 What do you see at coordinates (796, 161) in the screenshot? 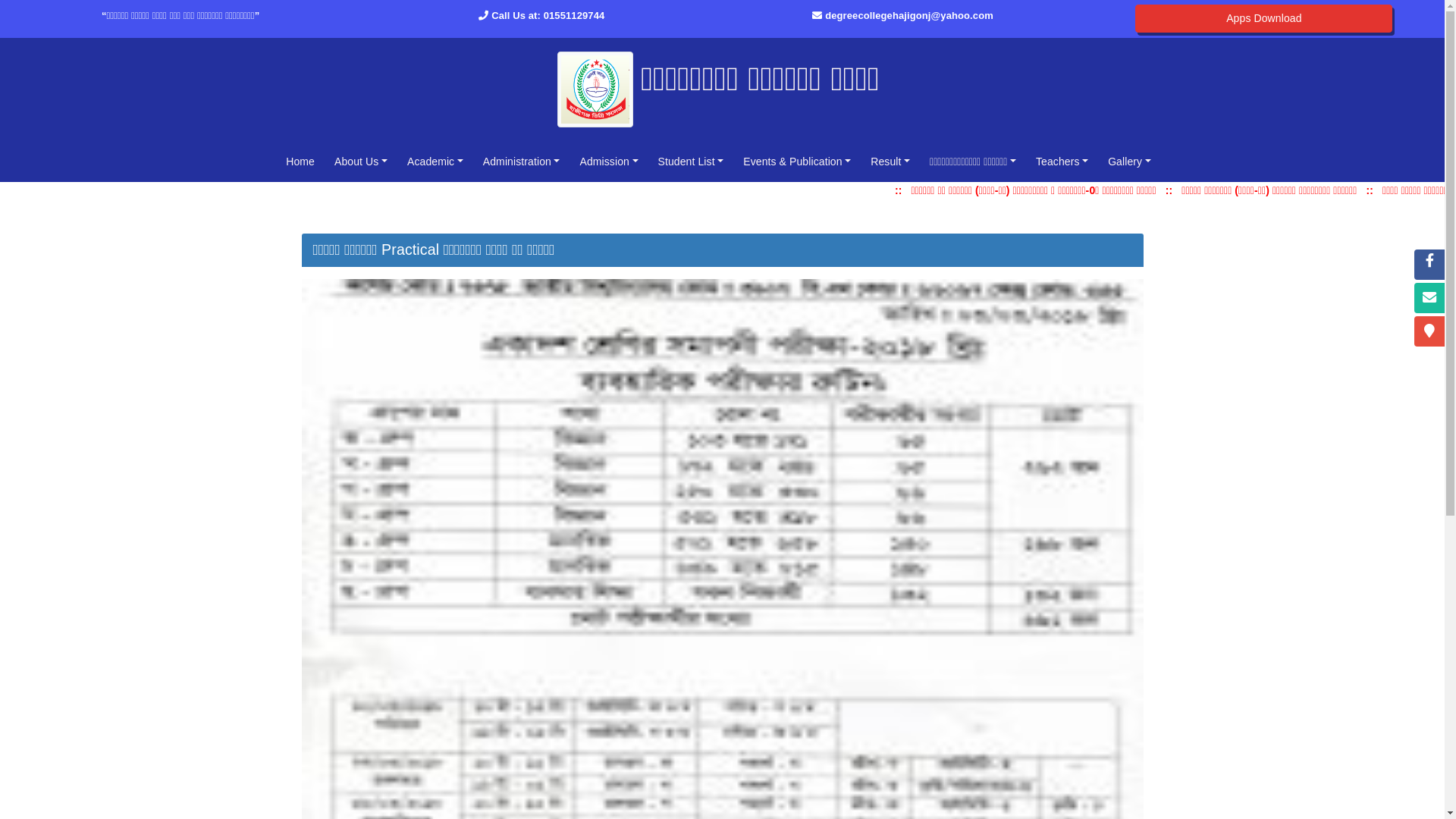
I see `'Events & Publication'` at bounding box center [796, 161].